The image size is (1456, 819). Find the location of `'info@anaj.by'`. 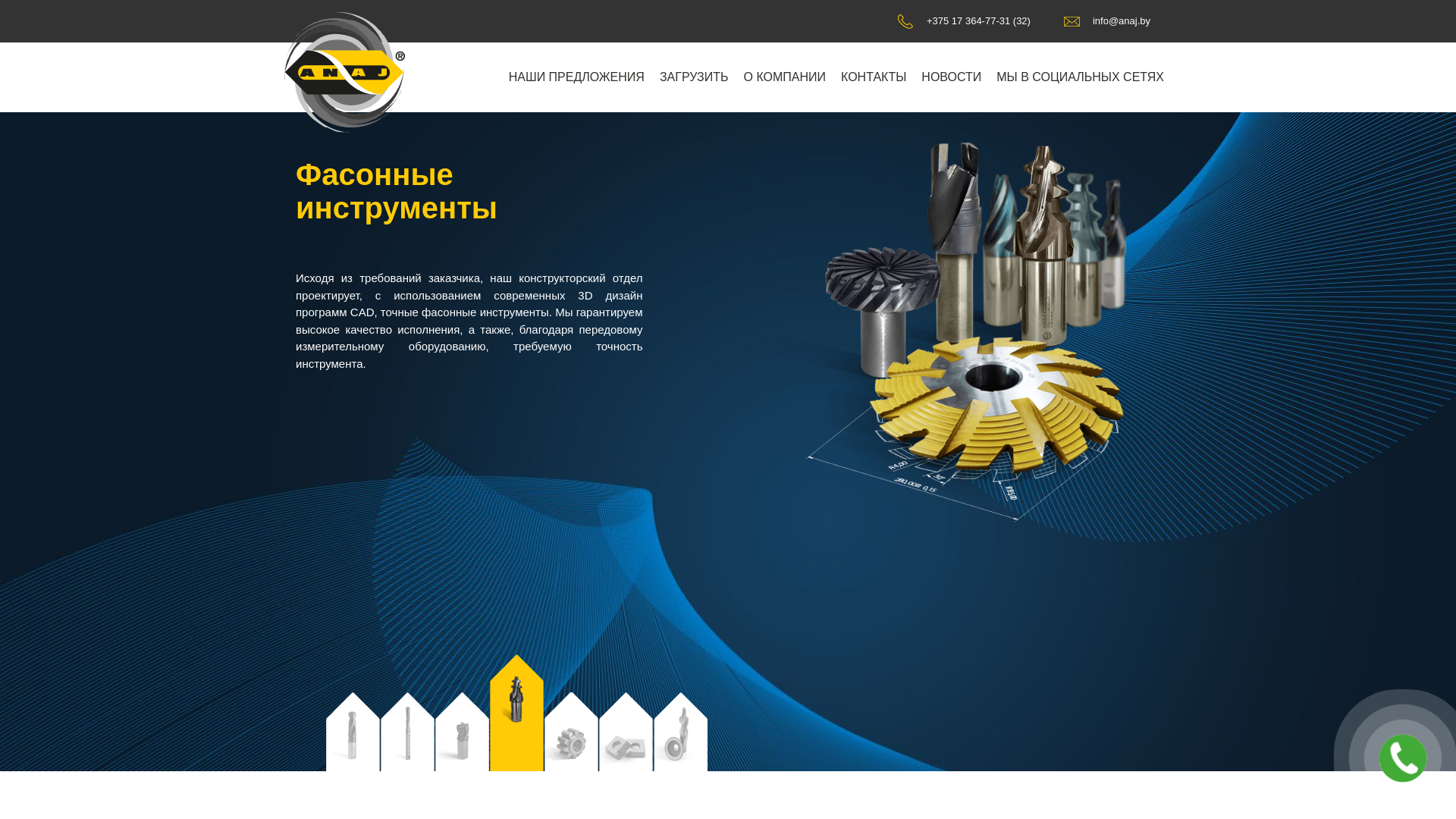

'info@anaj.by' is located at coordinates (1106, 20).